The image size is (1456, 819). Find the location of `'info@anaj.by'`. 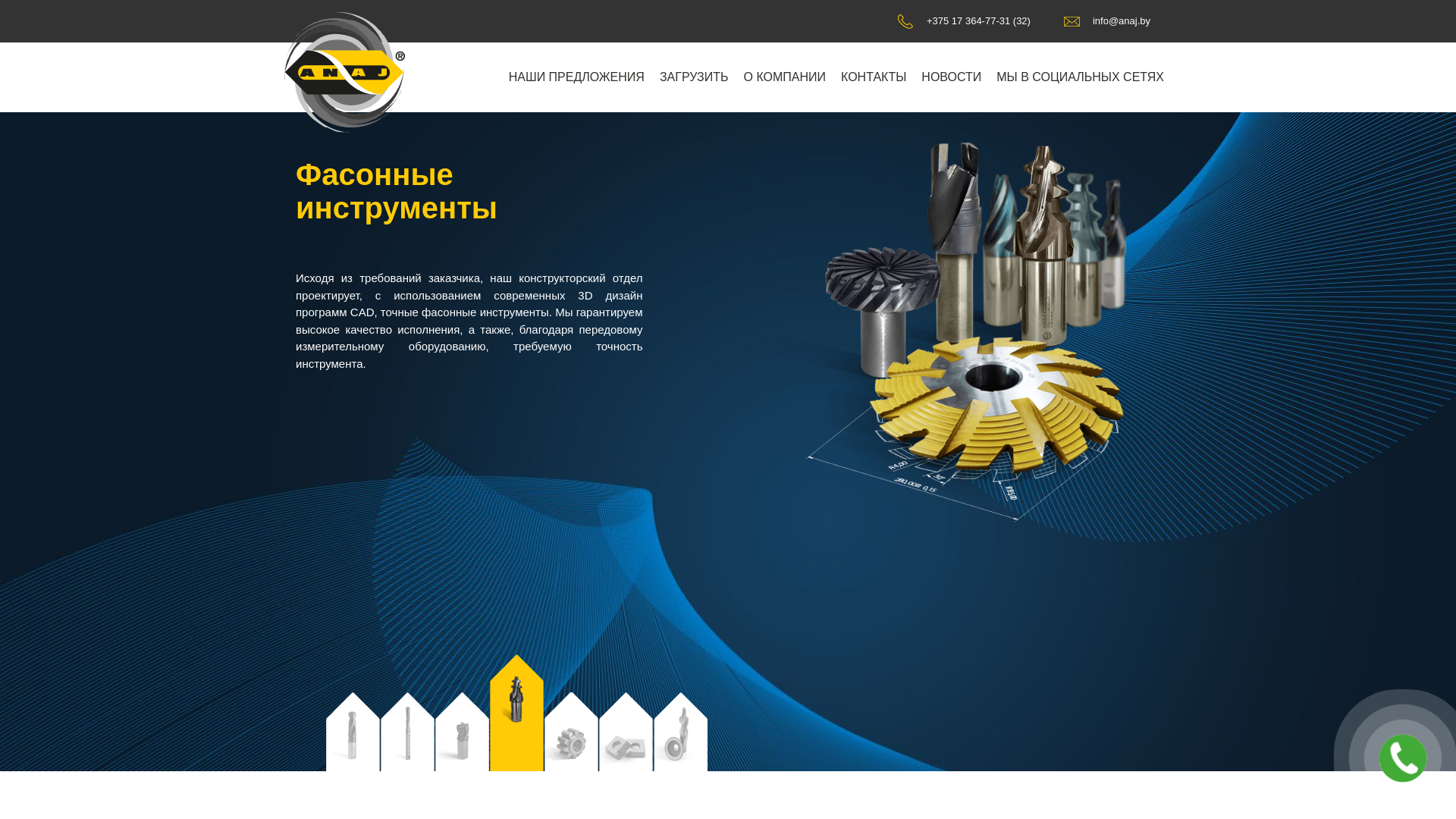

'info@anaj.by' is located at coordinates (1106, 20).